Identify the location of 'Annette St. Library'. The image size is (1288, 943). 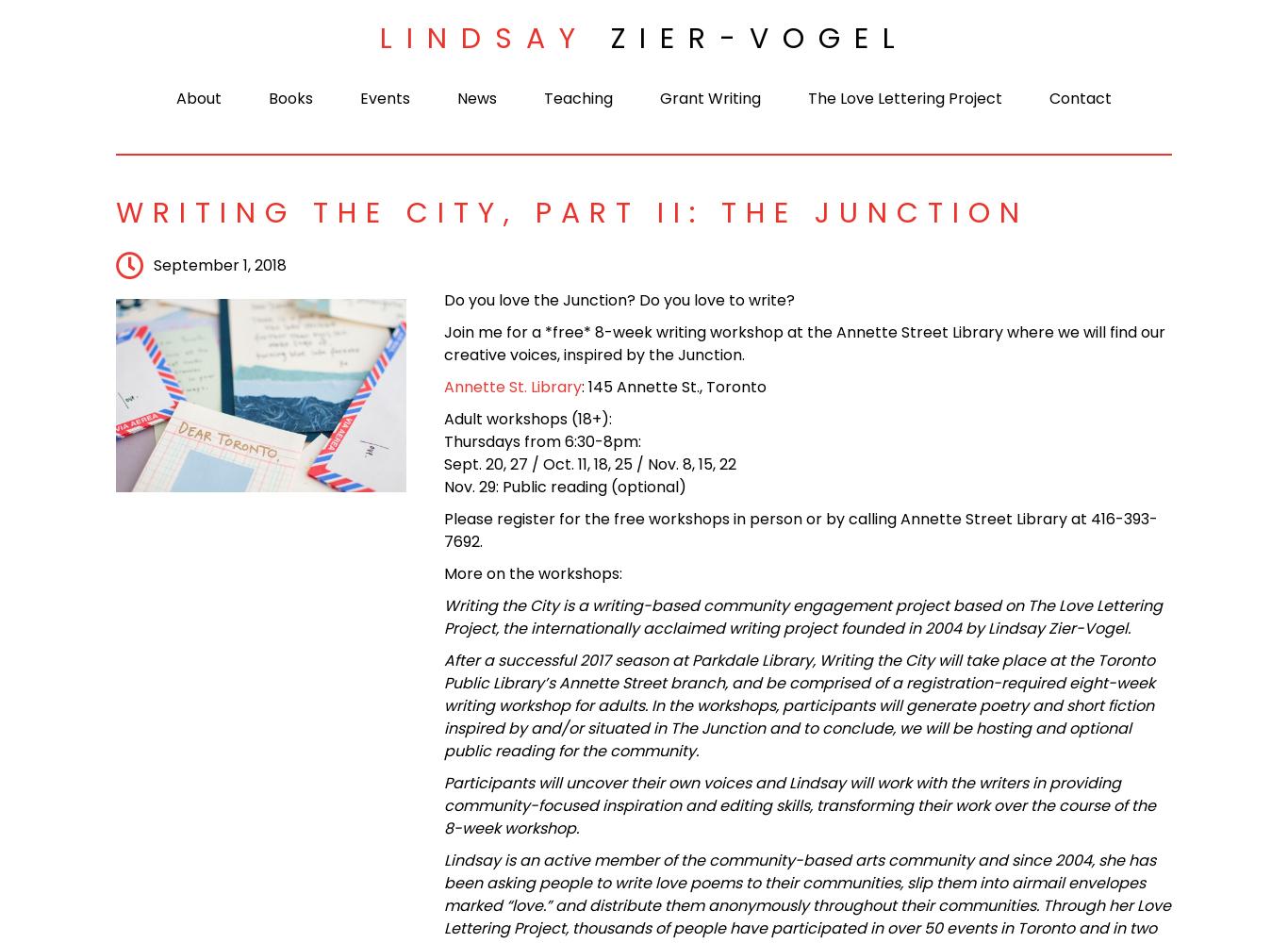
(443, 387).